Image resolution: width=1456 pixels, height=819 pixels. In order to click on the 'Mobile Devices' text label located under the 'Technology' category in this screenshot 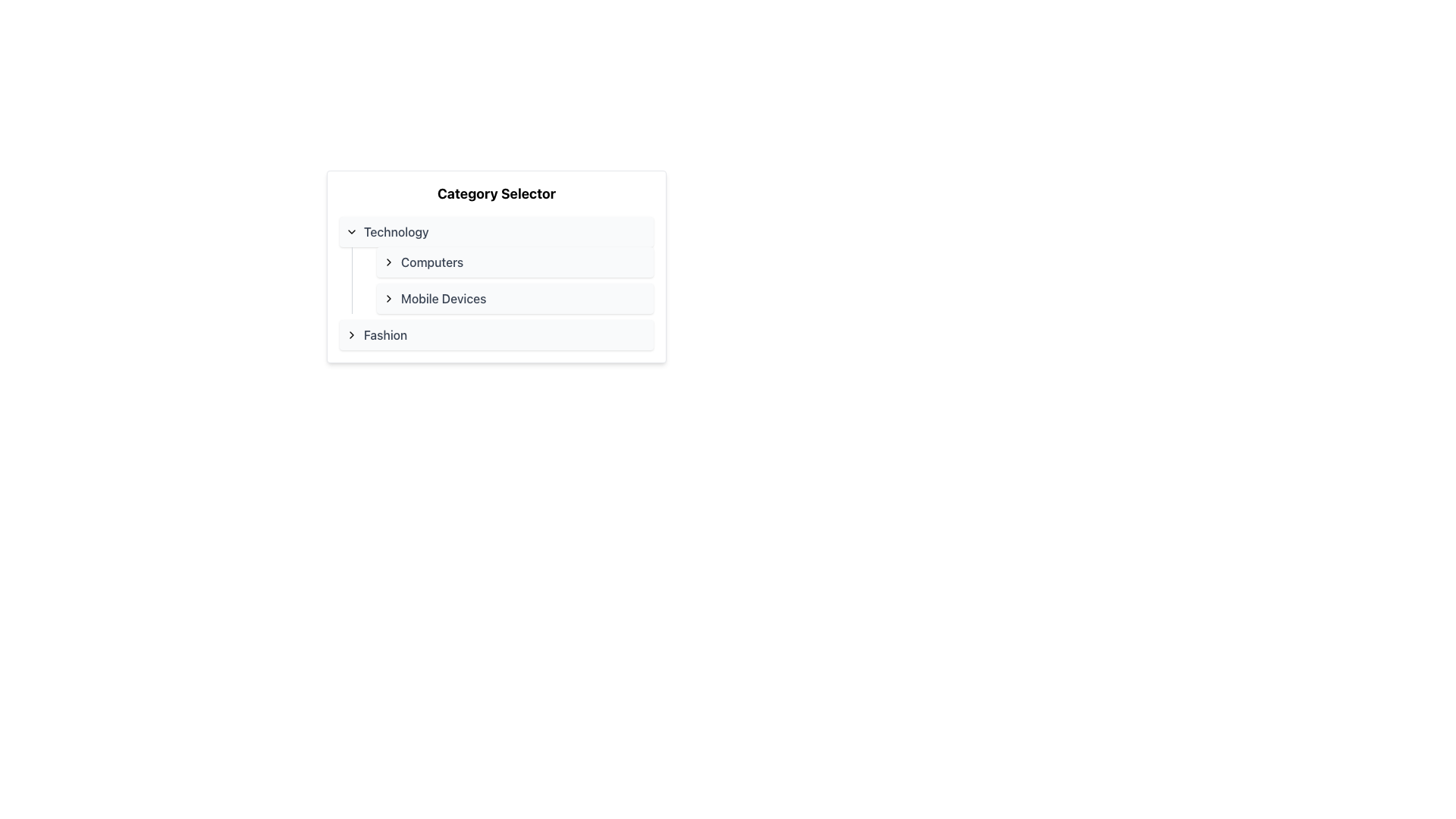, I will do `click(443, 298)`.